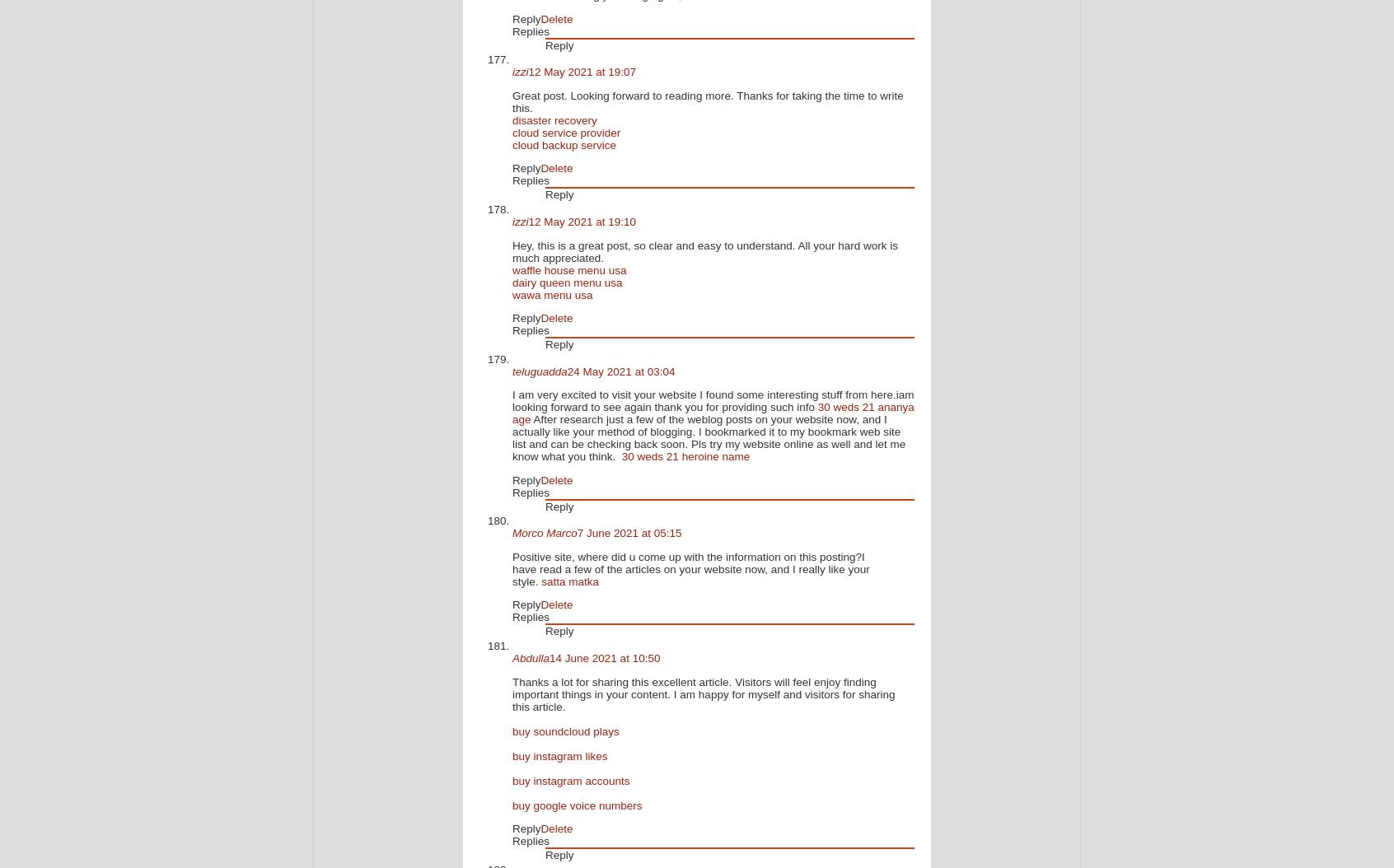 The width and height of the screenshot is (1394, 868). What do you see at coordinates (559, 754) in the screenshot?
I see `'buy instagram likes'` at bounding box center [559, 754].